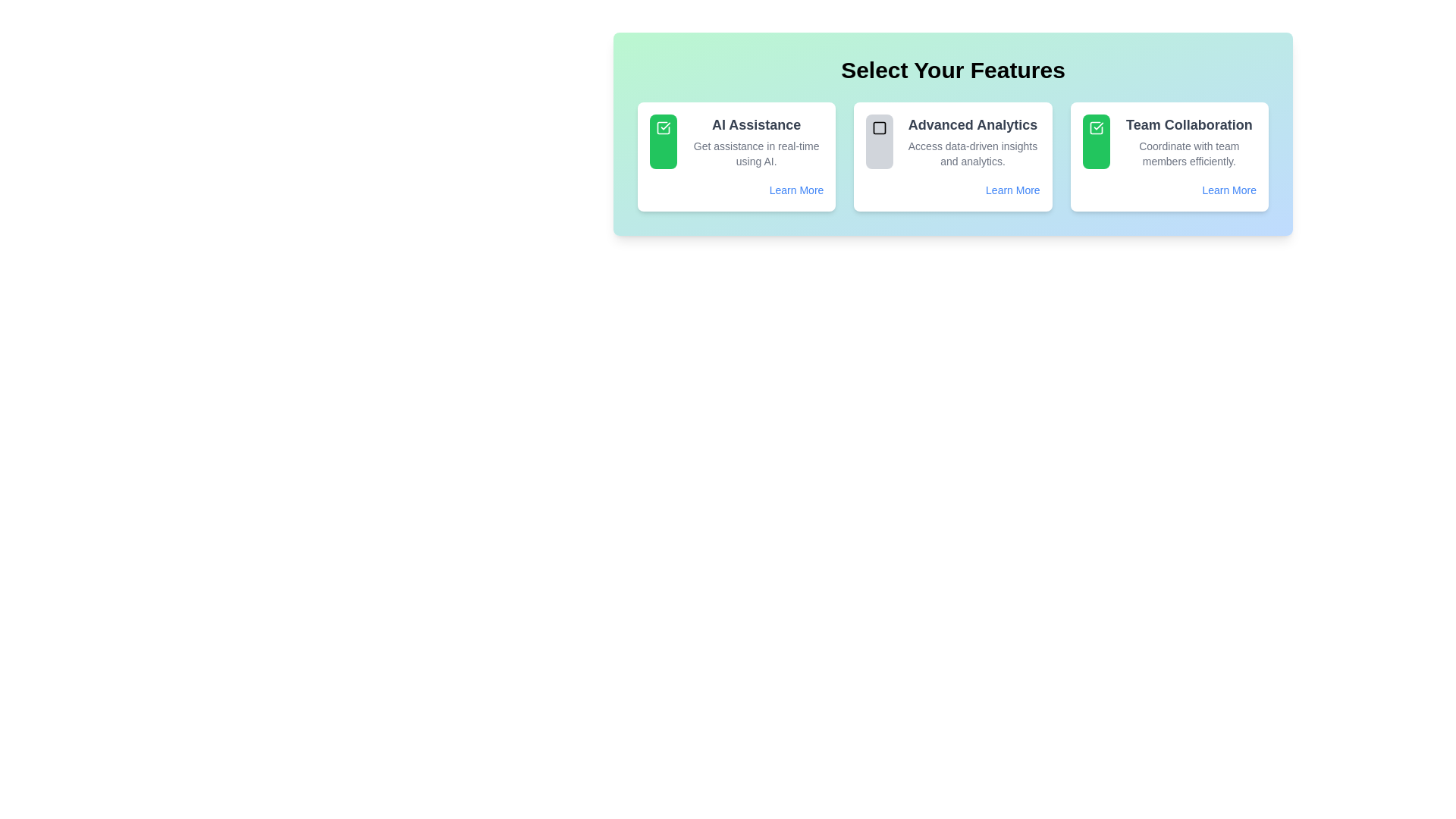  I want to click on the 'Team Collaboration' header text, so click(1188, 124).